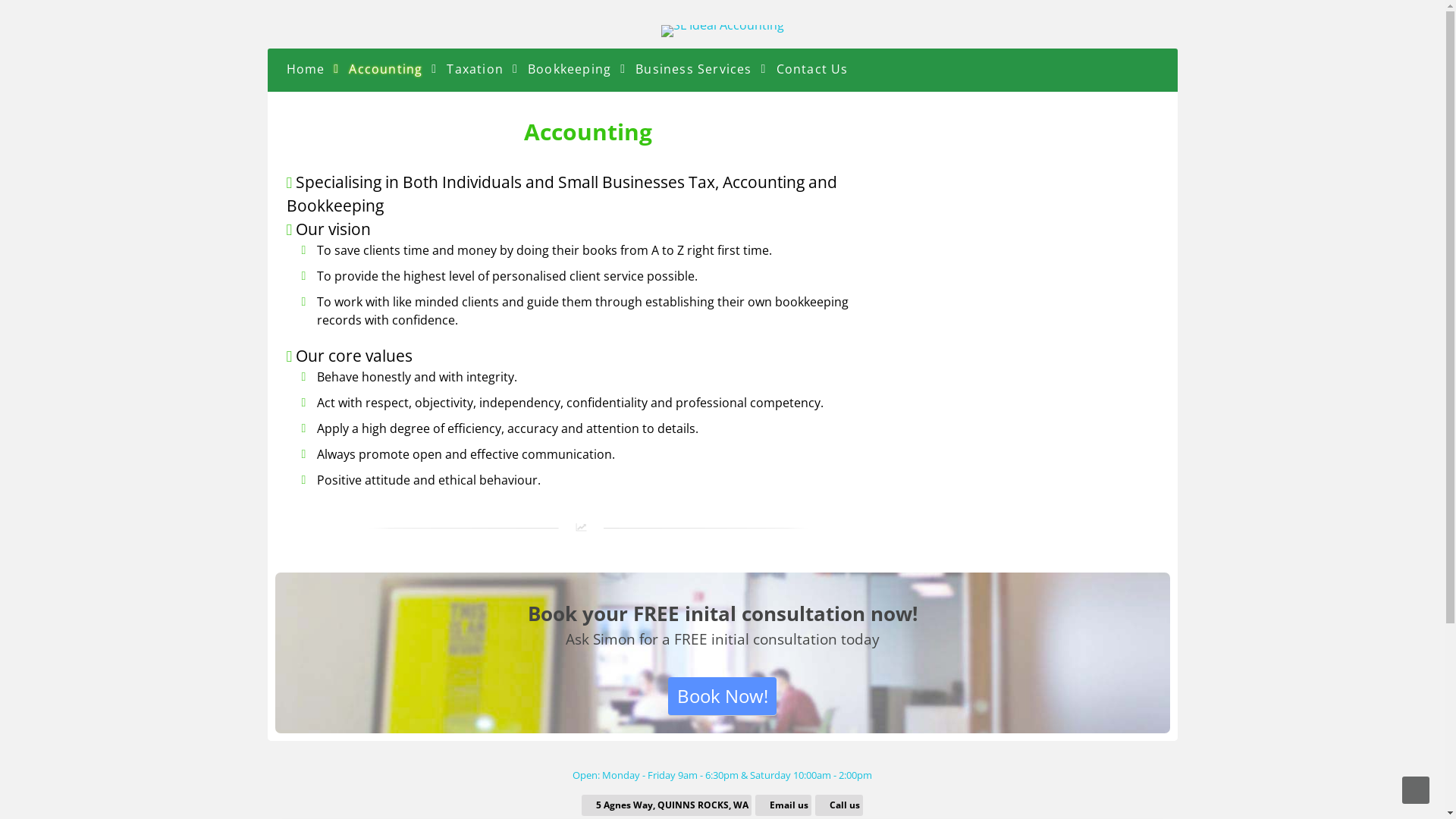 This screenshot has width=1456, height=819. I want to click on 'Contact Us', so click(811, 67).